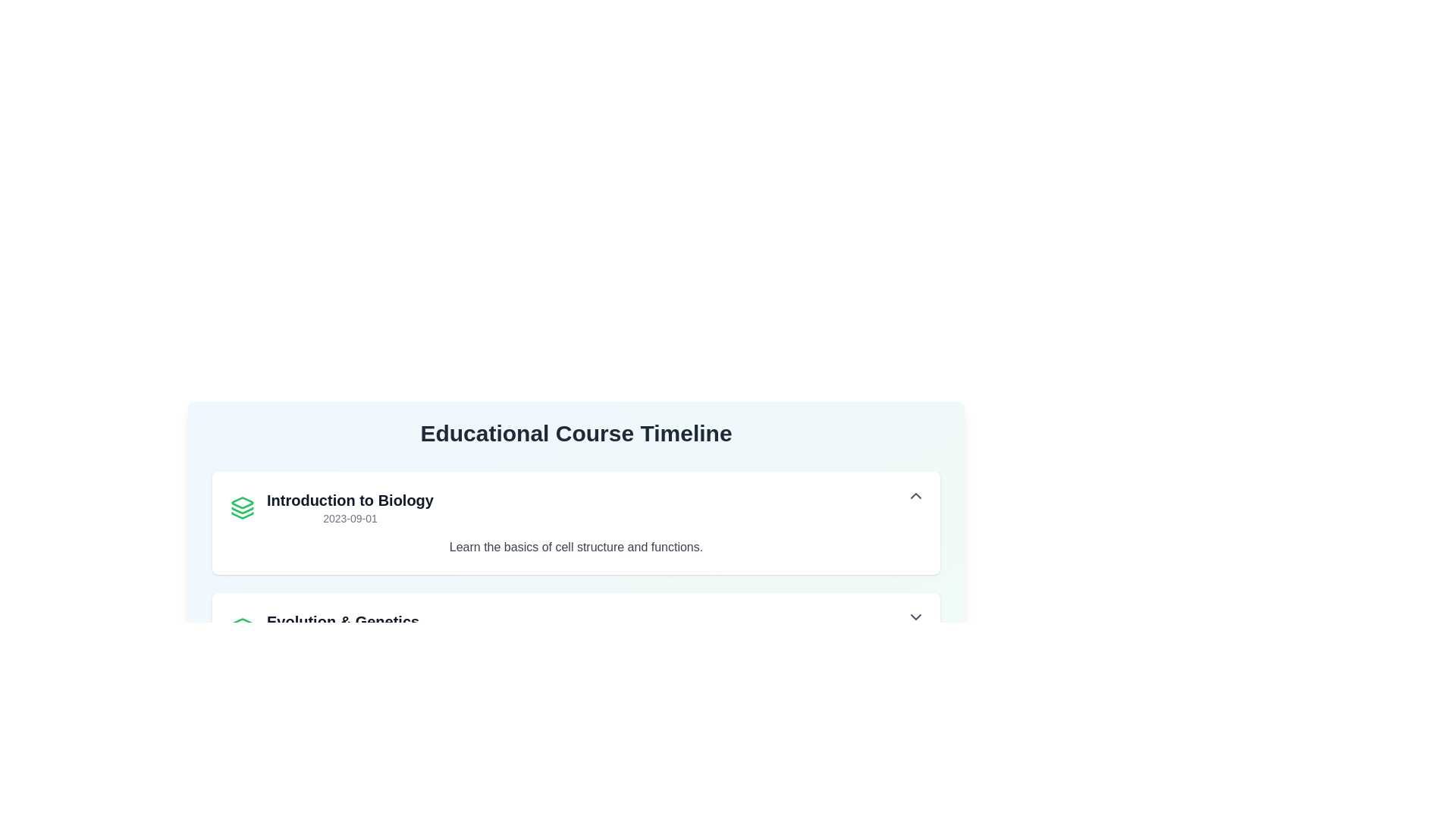 This screenshot has height=819, width=1456. What do you see at coordinates (243, 503) in the screenshot?
I see `the stacked layers icon within the 'Introduction to Biology' card in the Educational Course Timeline section` at bounding box center [243, 503].